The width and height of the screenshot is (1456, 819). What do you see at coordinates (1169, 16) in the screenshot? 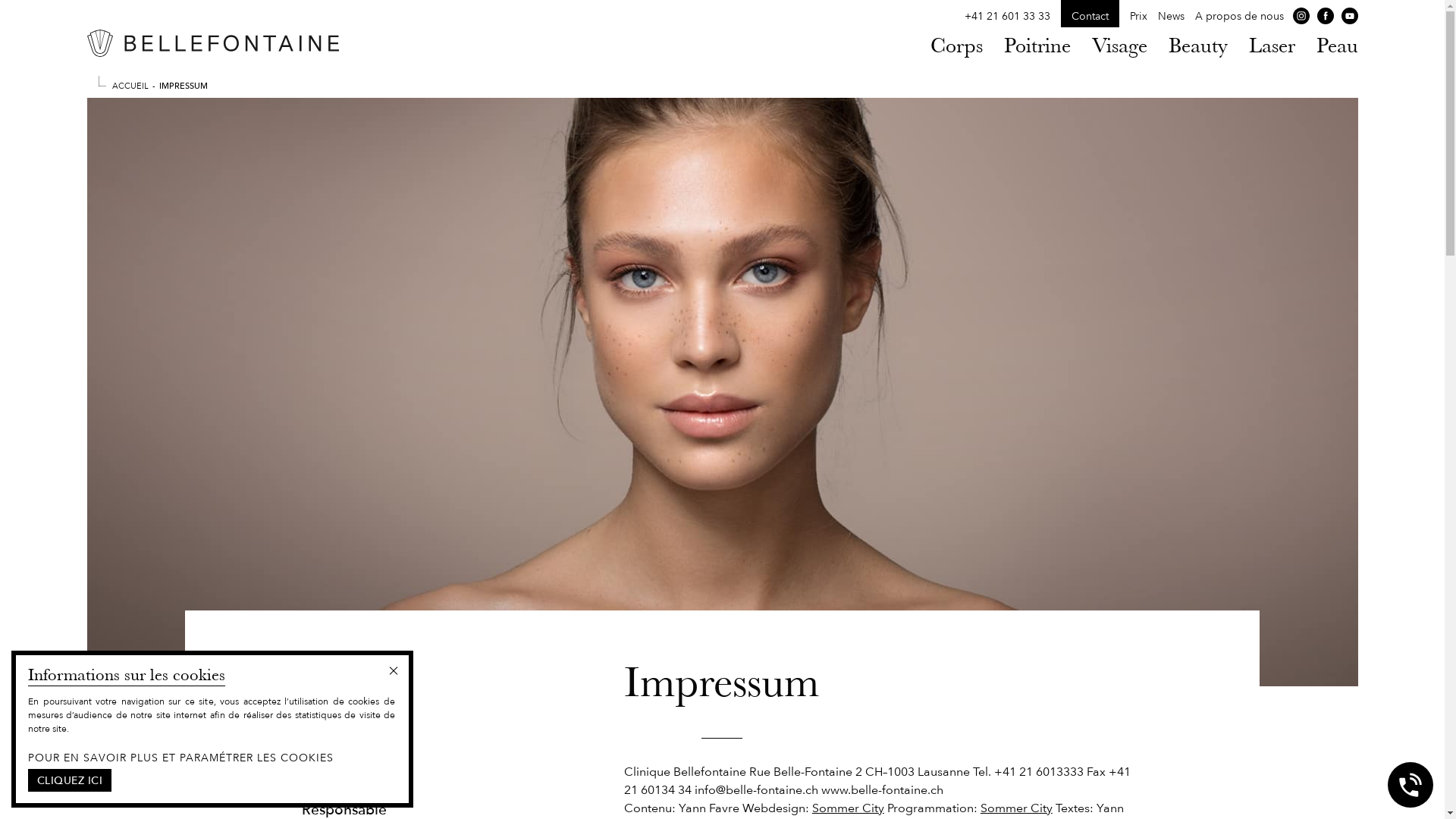
I see `'News'` at bounding box center [1169, 16].